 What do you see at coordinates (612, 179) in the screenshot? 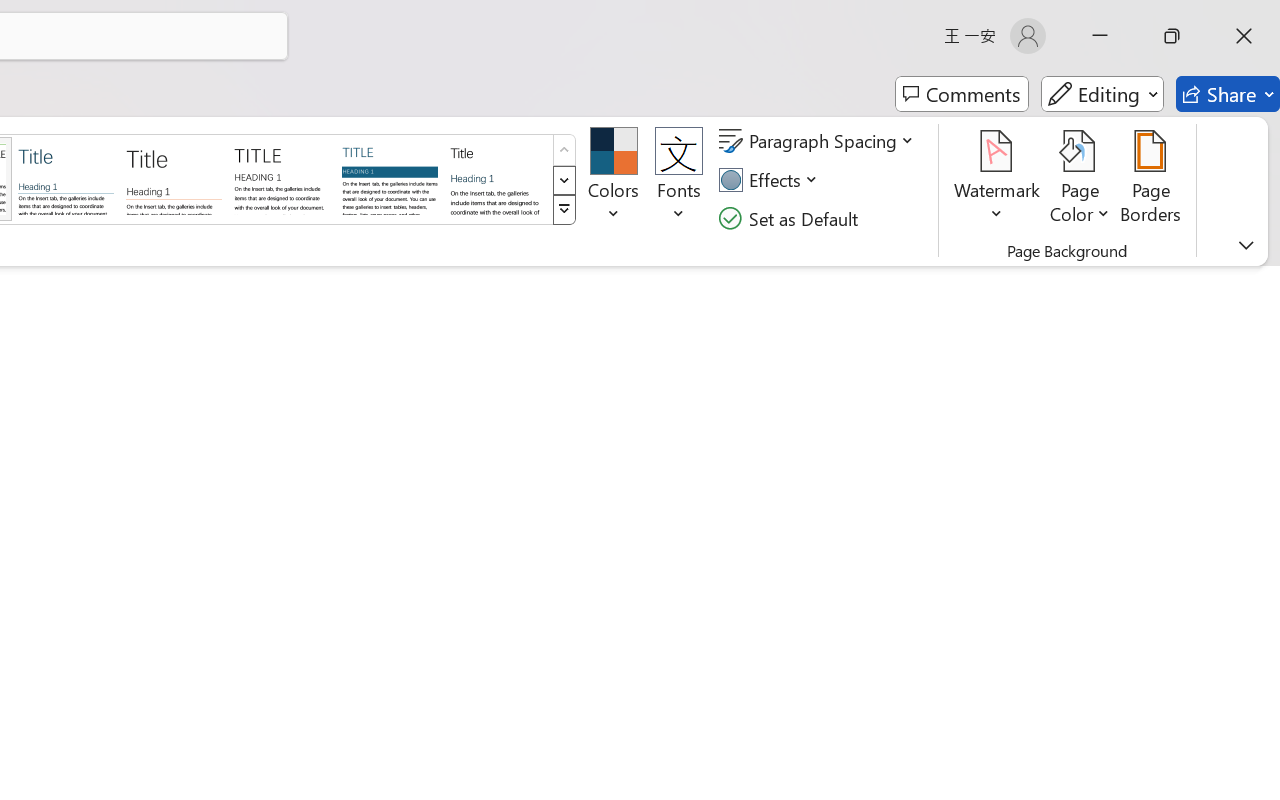
I see `'Colors'` at bounding box center [612, 179].